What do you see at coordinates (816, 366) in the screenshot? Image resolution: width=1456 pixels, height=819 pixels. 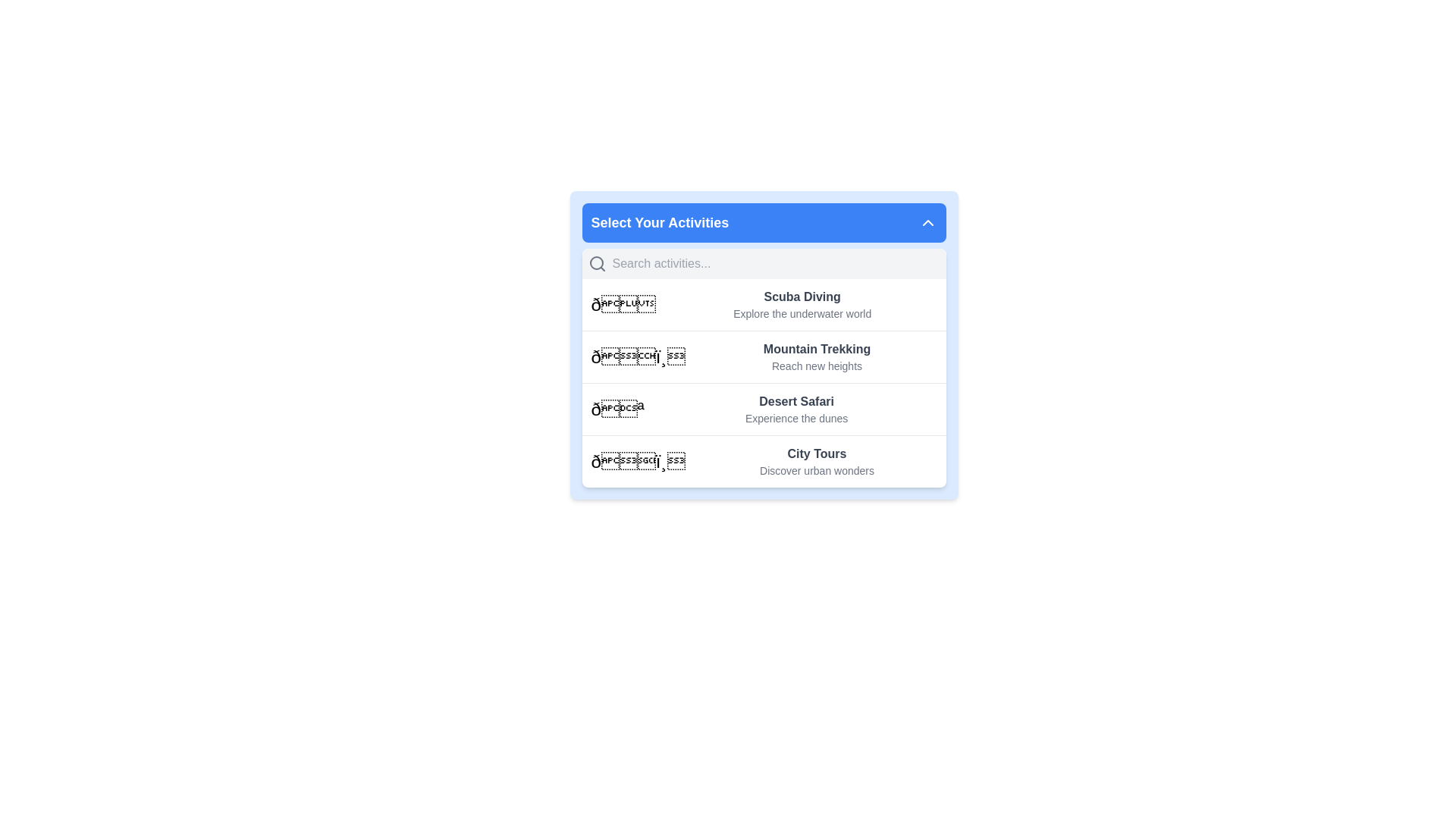 I see `text label that says 'Reach new heights', which is styled in gray and located below the heading 'Mountain Trekking' in the second item of the list under 'Select Your Activities'` at bounding box center [816, 366].